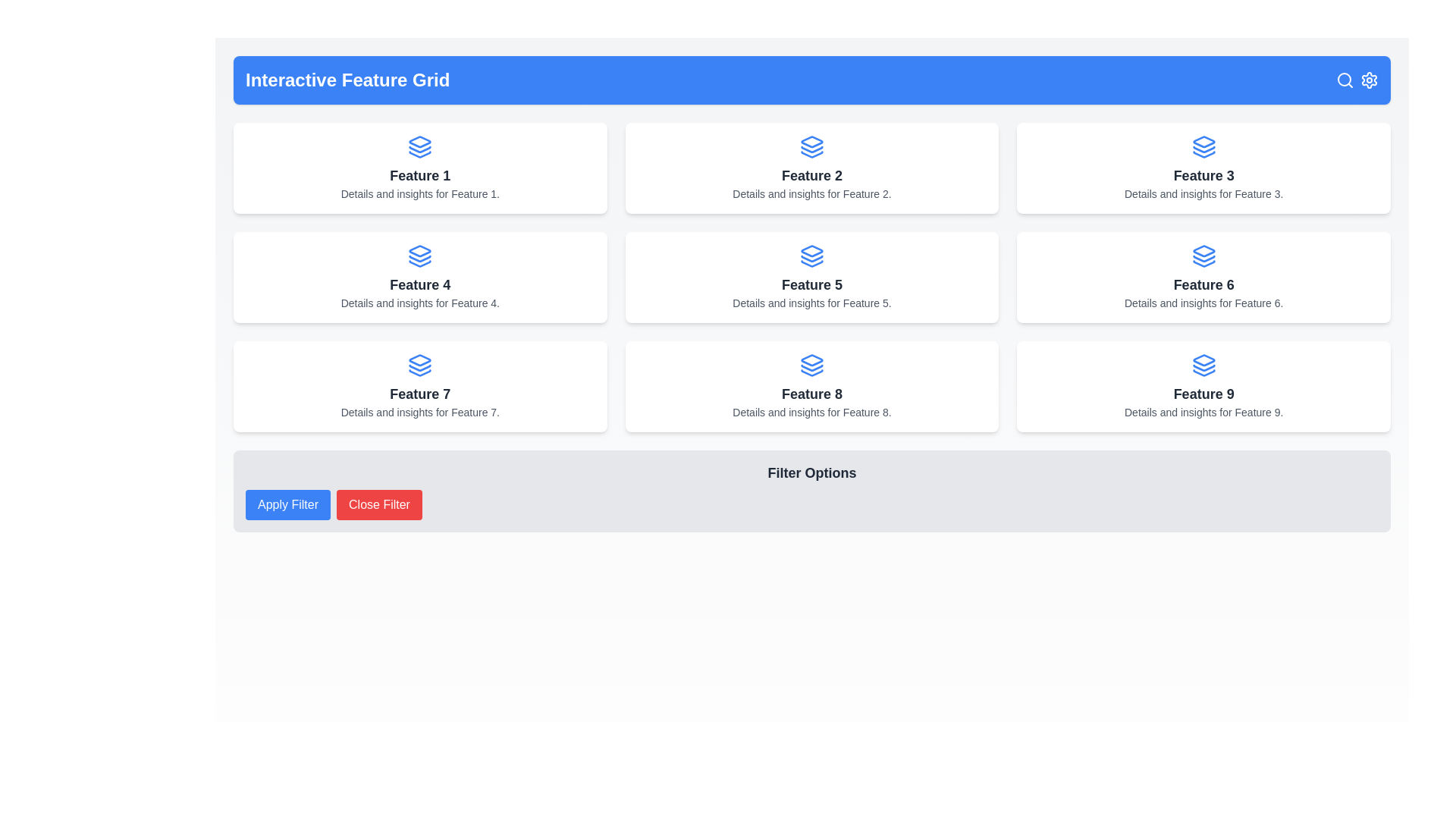 The height and width of the screenshot is (819, 1456). I want to click on the circular SVG element resembling the lens of the magnifying glass located in the top-right corner of the blue header bar to initiate a search function, so click(1344, 79).